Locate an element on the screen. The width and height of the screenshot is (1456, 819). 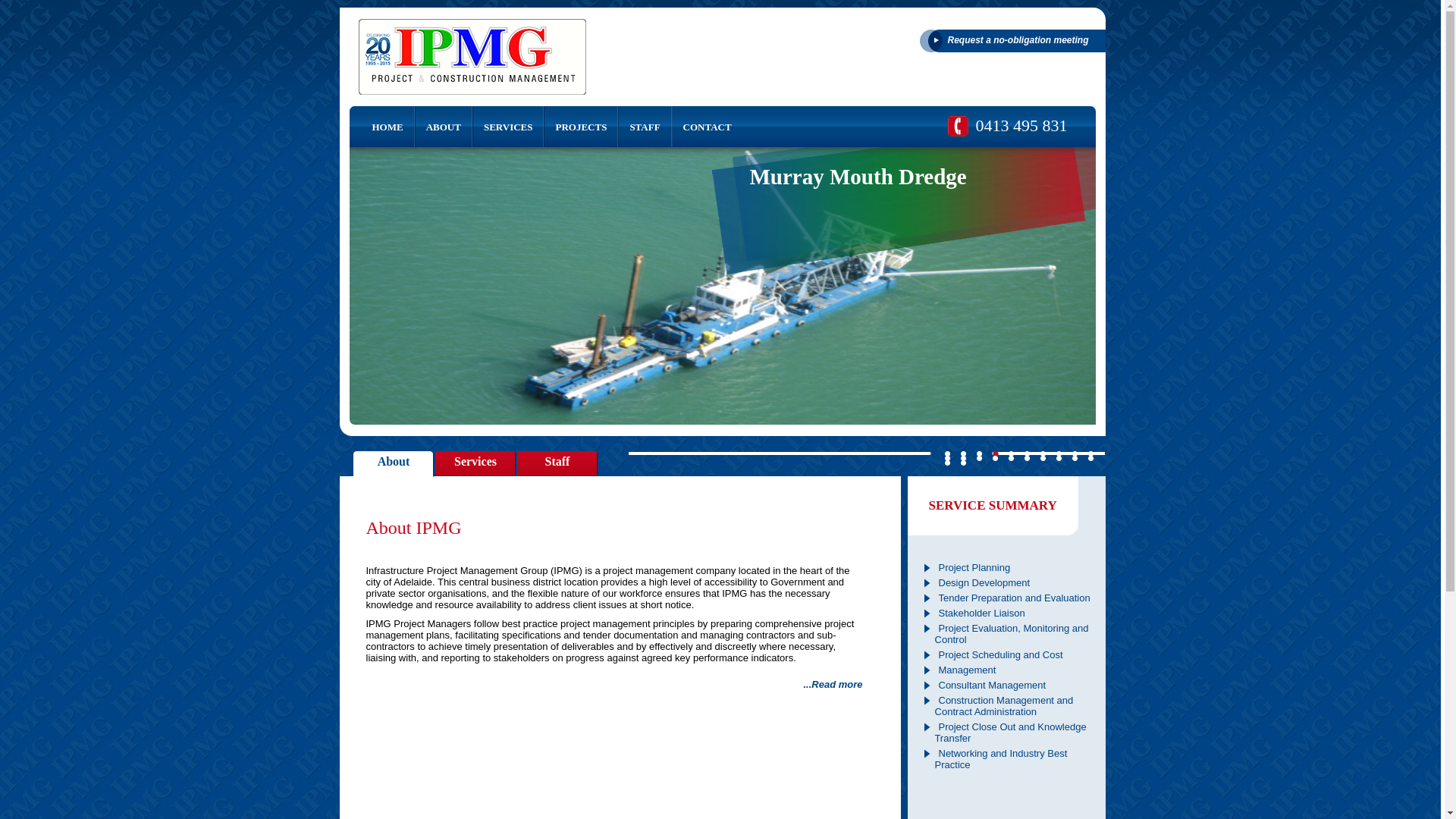
'About' is located at coordinates (394, 463).